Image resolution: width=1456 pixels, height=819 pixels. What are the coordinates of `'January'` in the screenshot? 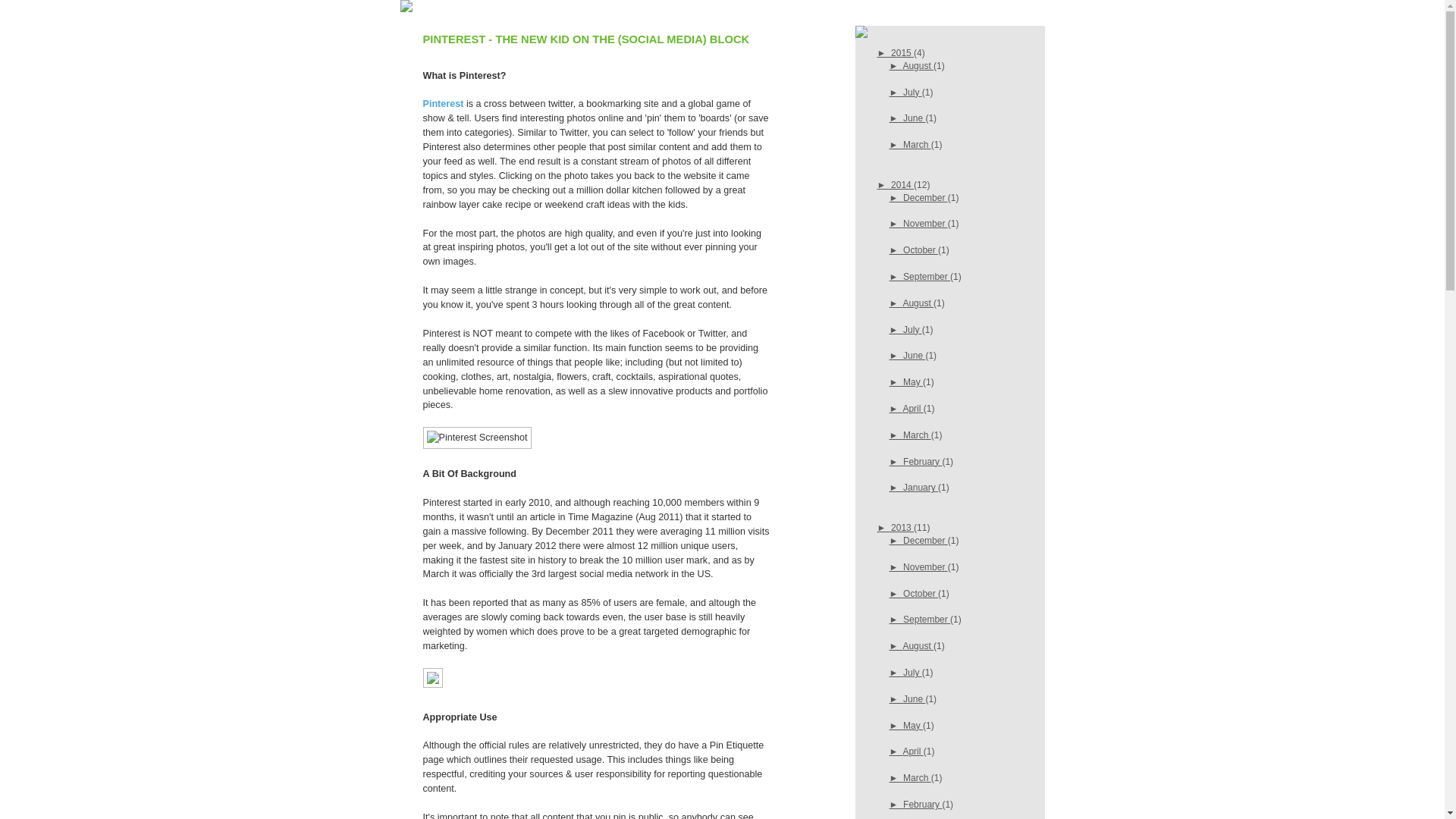 It's located at (902, 488).